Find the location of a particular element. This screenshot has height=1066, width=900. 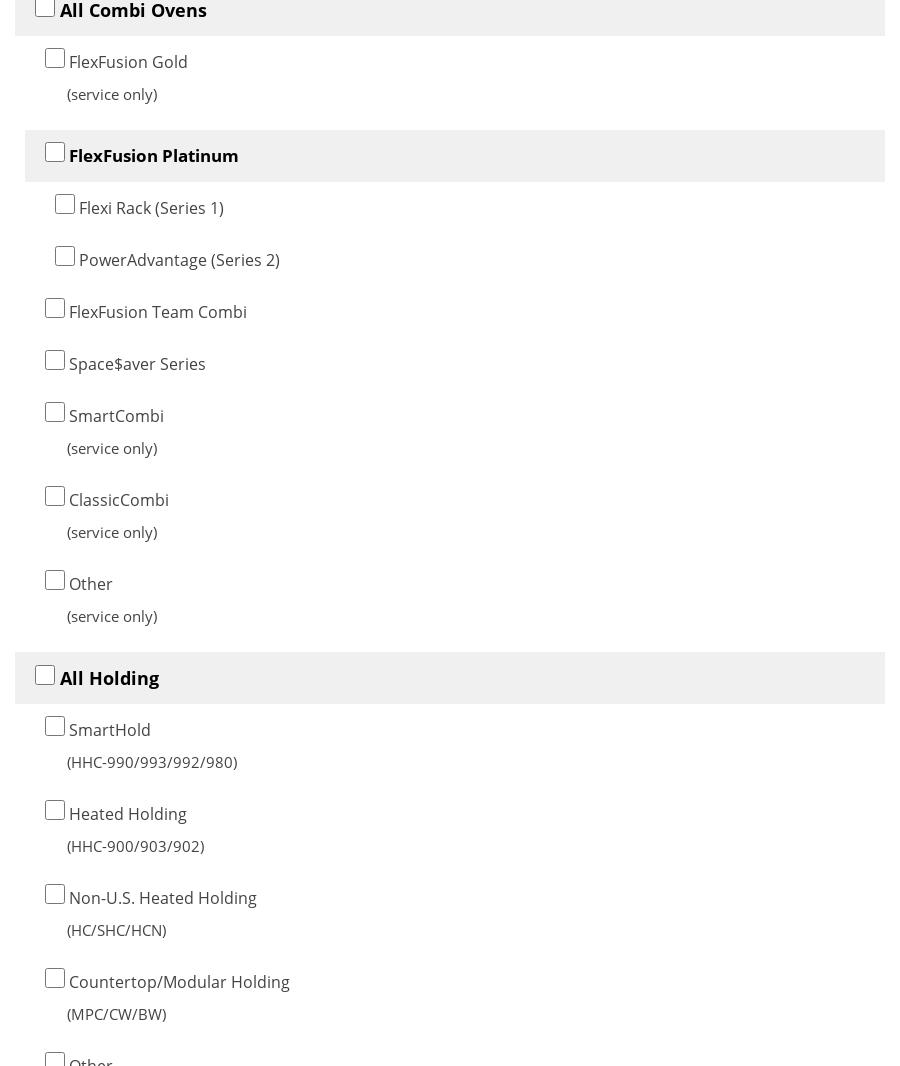

'Heated Holding' is located at coordinates (126, 813).